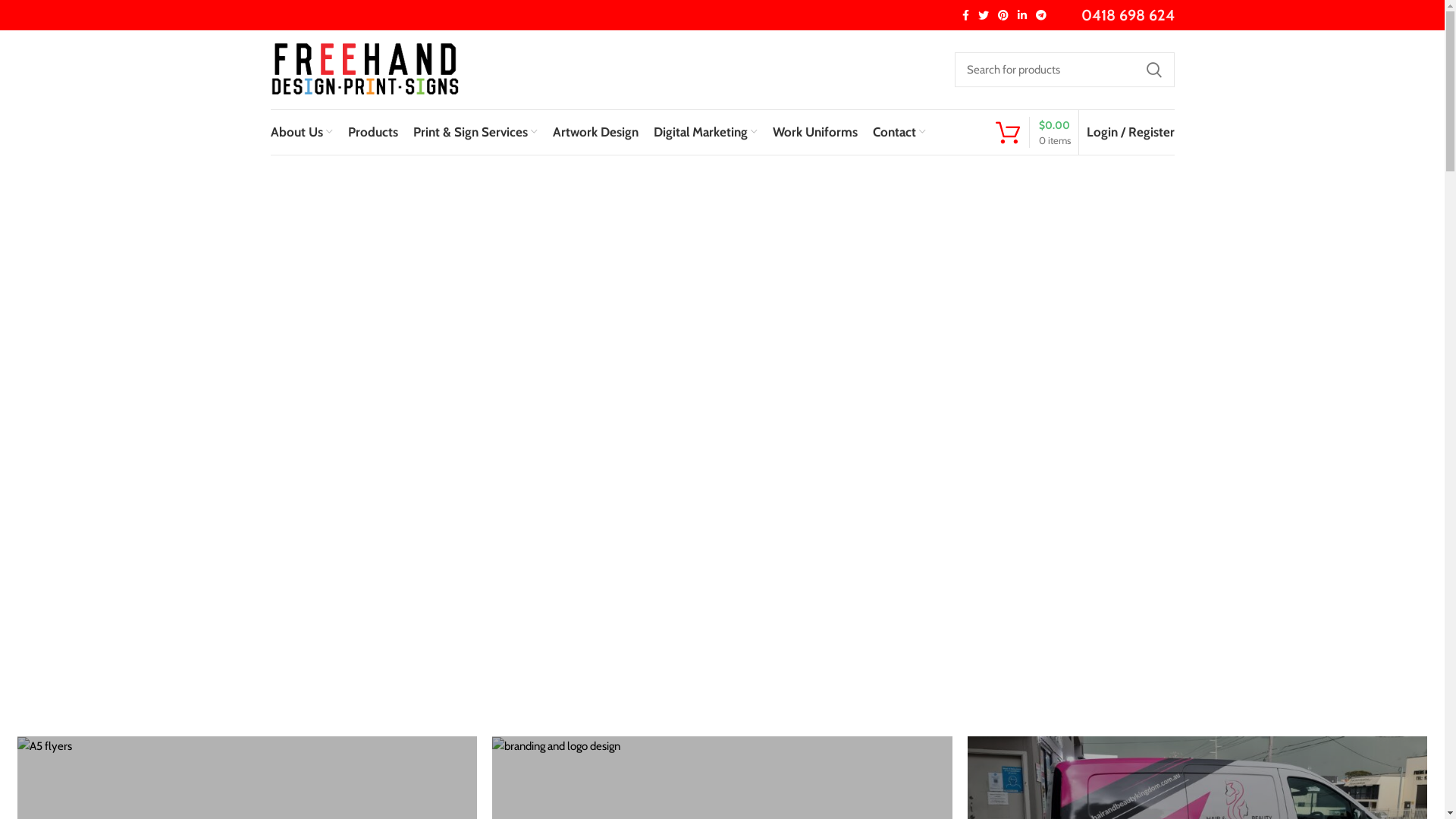 This screenshot has width=1456, height=819. What do you see at coordinates (262, 130) in the screenshot?
I see `'About Us'` at bounding box center [262, 130].